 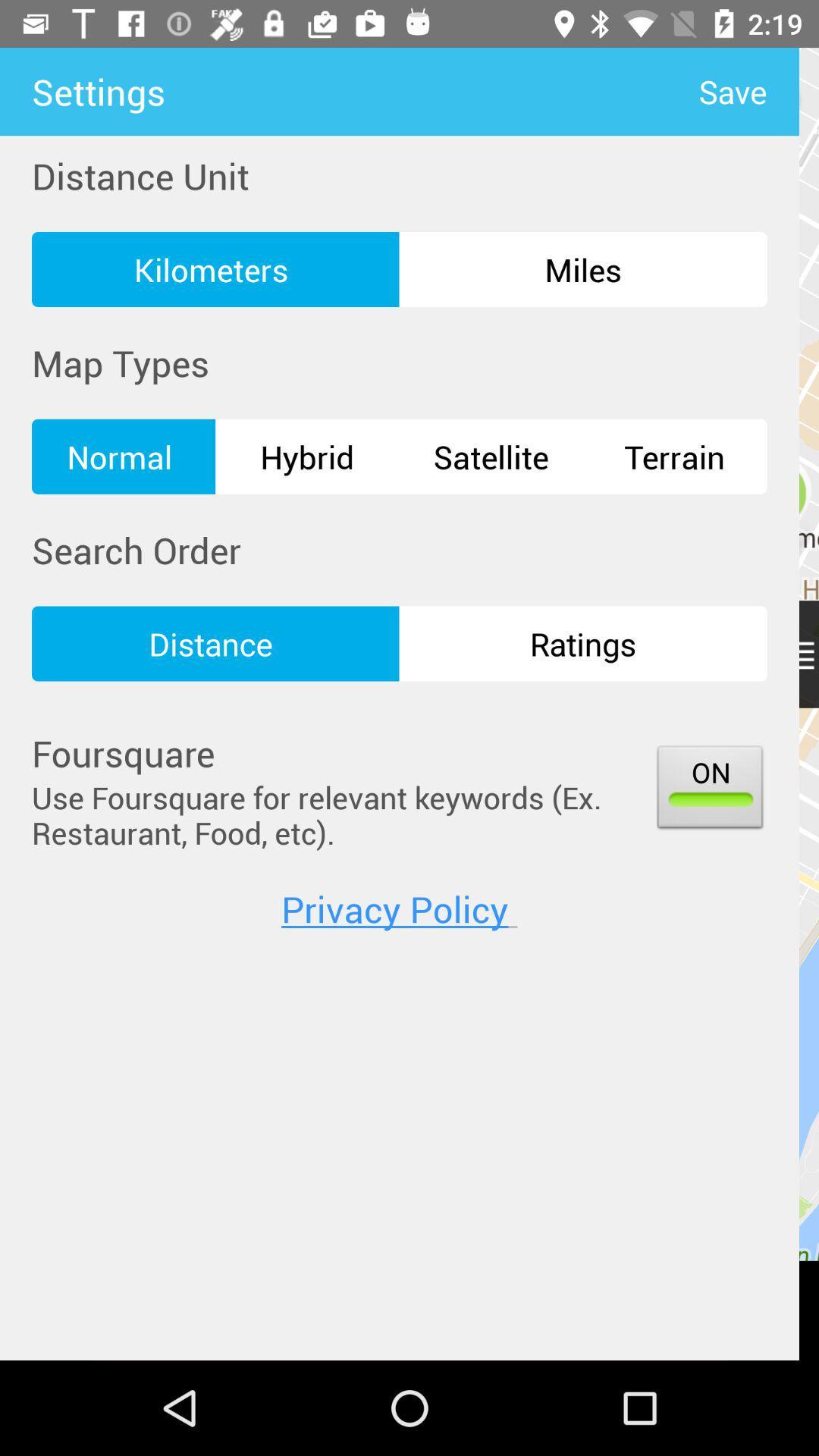 What do you see at coordinates (710, 789) in the screenshot?
I see `icon to the right of use foursquare for` at bounding box center [710, 789].